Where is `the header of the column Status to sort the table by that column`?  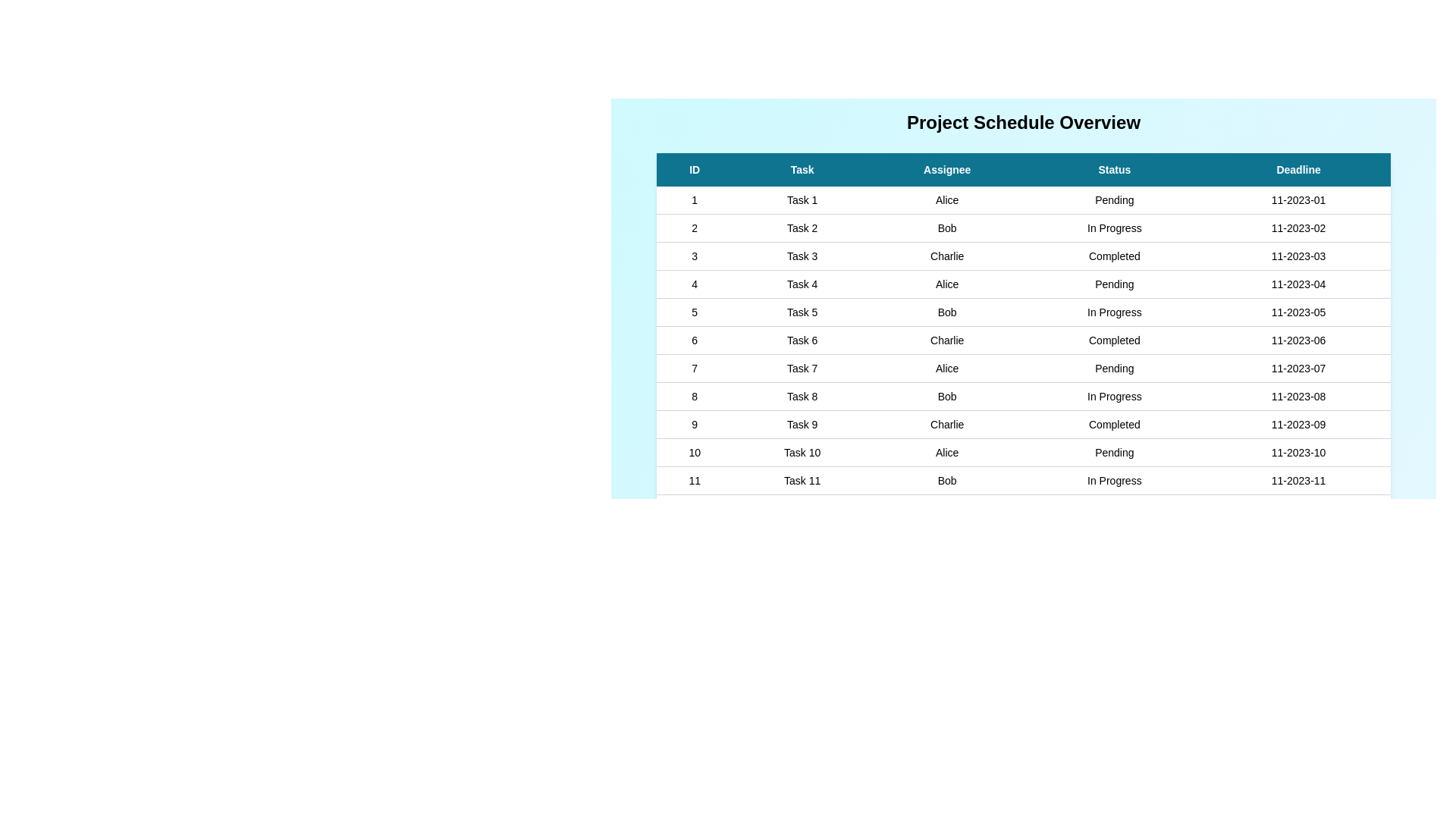 the header of the column Status to sort the table by that column is located at coordinates (1113, 169).